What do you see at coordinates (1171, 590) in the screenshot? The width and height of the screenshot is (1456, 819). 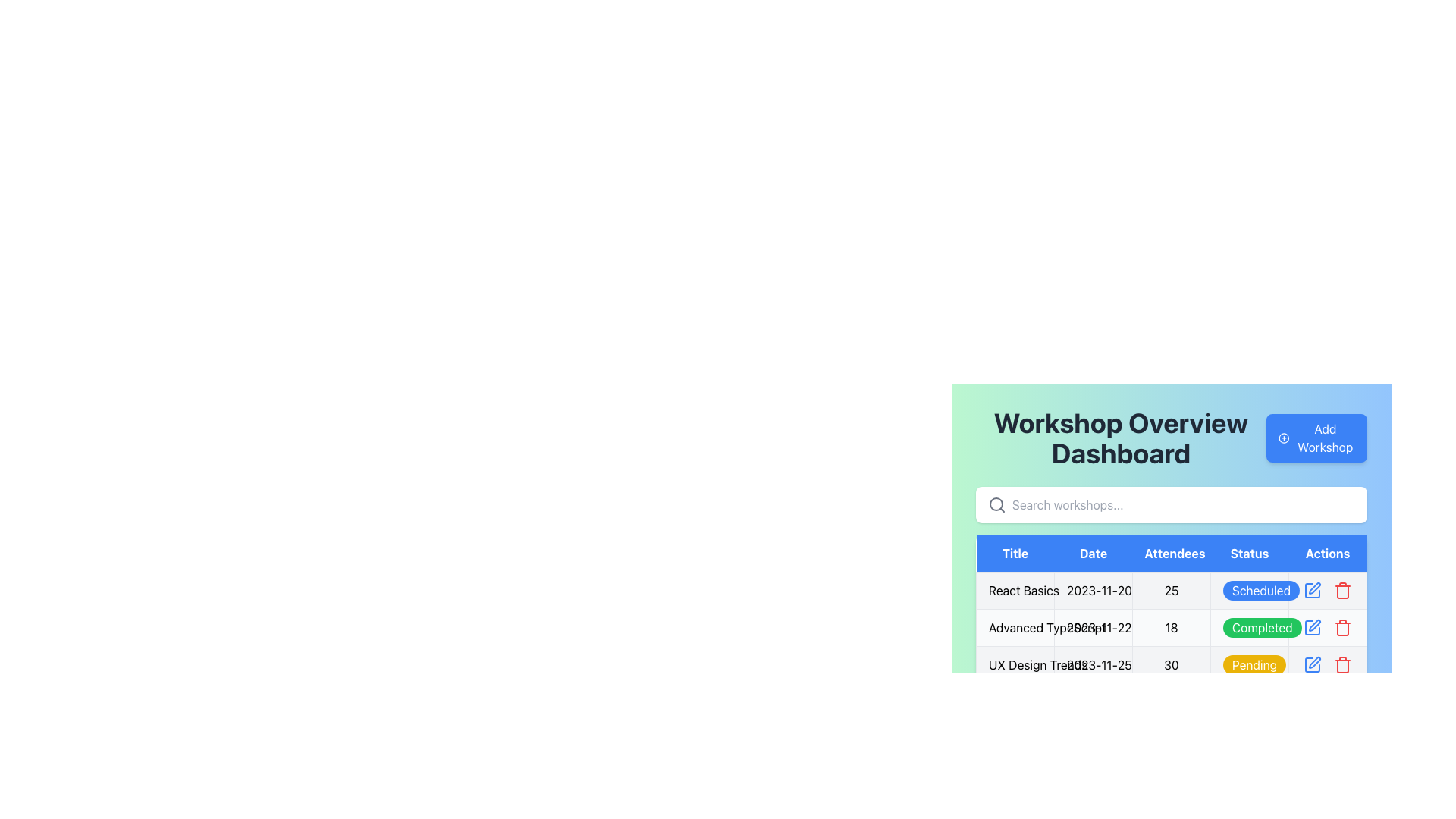 I see `the text displaying the number of attendees for the 'React Basics' workshop located in the 'Attendees' column of the first row` at bounding box center [1171, 590].